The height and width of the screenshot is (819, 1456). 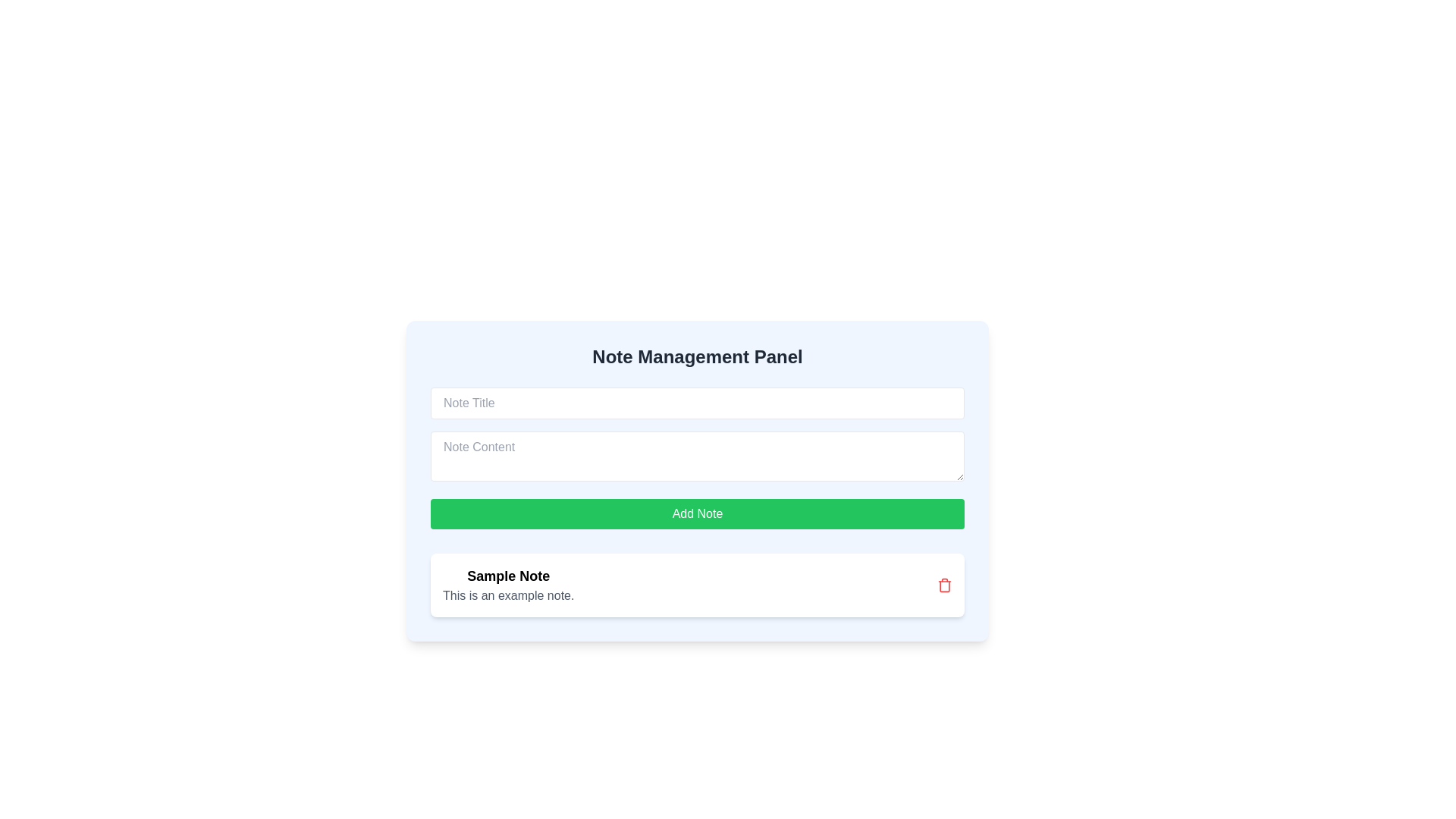 I want to click on the text content displaying the title and content of a note in the note-taking application, so click(x=508, y=584).